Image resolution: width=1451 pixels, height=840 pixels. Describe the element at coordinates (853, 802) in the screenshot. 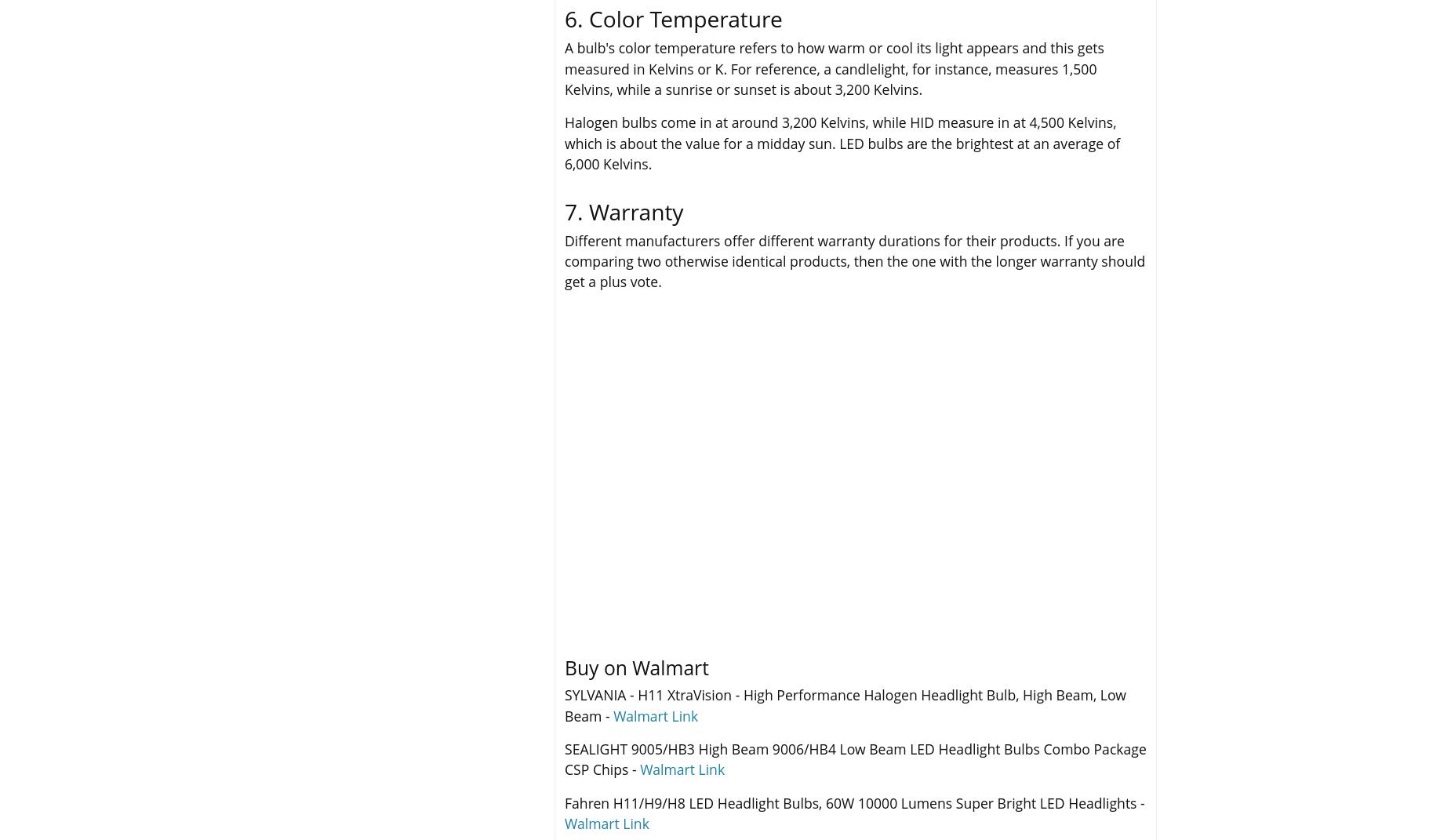

I see `'Fahren H11/H9/H8 LED Headlight Bulbs, 60W 10000 Lumens Super Bright LED Headlights -'` at that location.